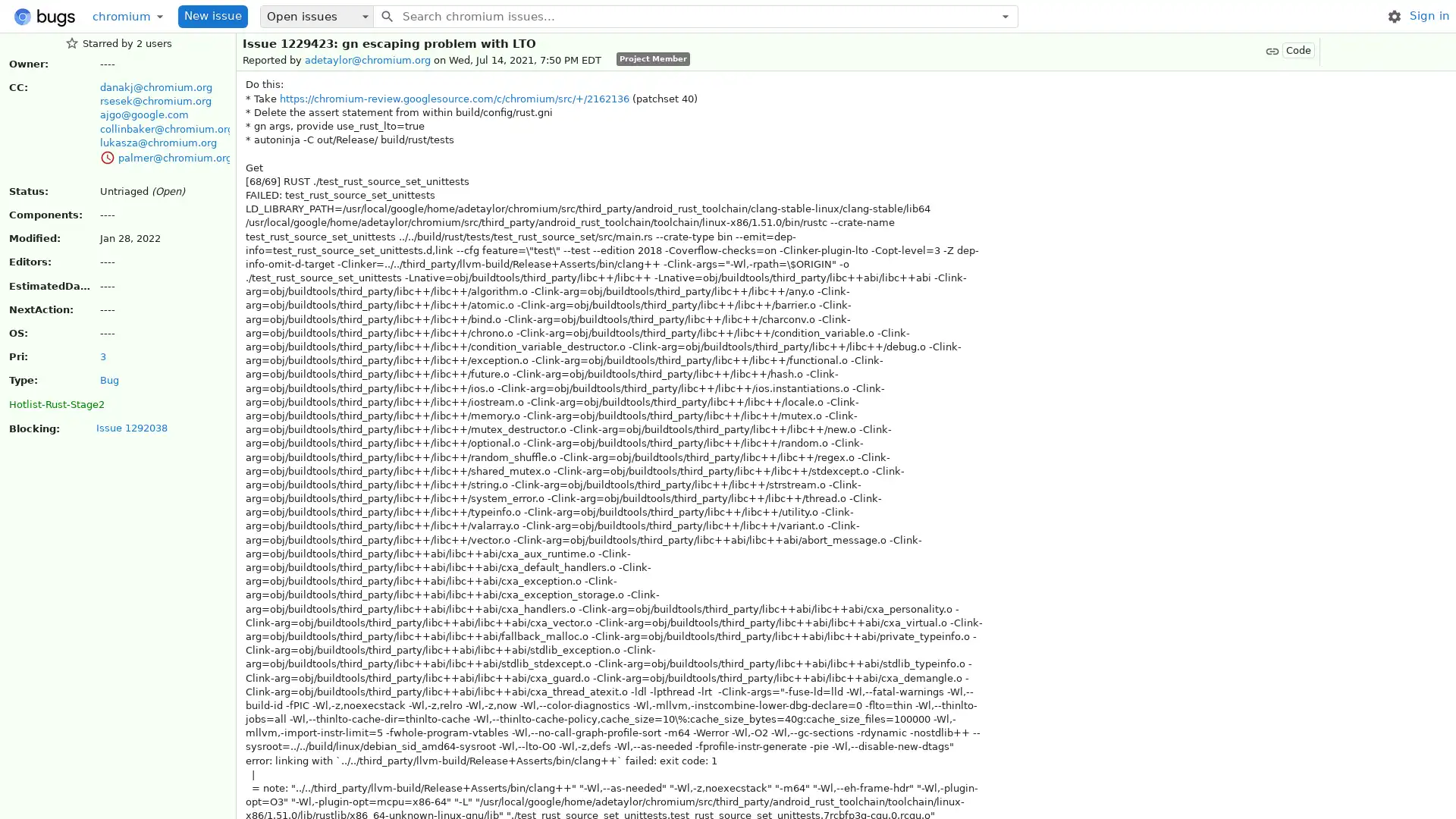 This screenshot has height=819, width=1456. What do you see at coordinates (386, 15) in the screenshot?
I see `search` at bounding box center [386, 15].